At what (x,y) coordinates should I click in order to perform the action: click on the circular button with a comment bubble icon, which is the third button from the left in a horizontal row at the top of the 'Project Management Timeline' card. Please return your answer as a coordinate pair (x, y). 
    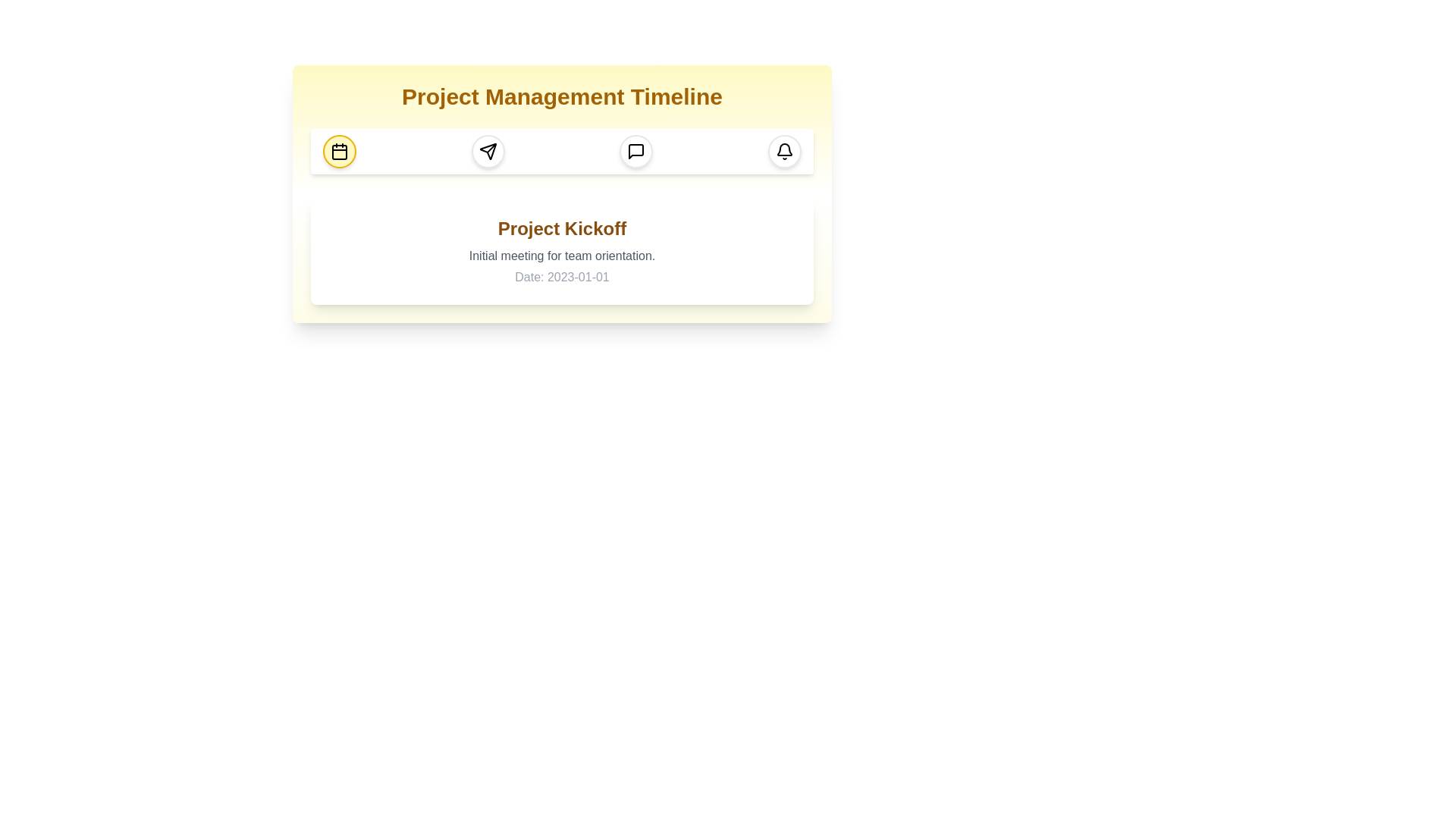
    Looking at the image, I should click on (636, 152).